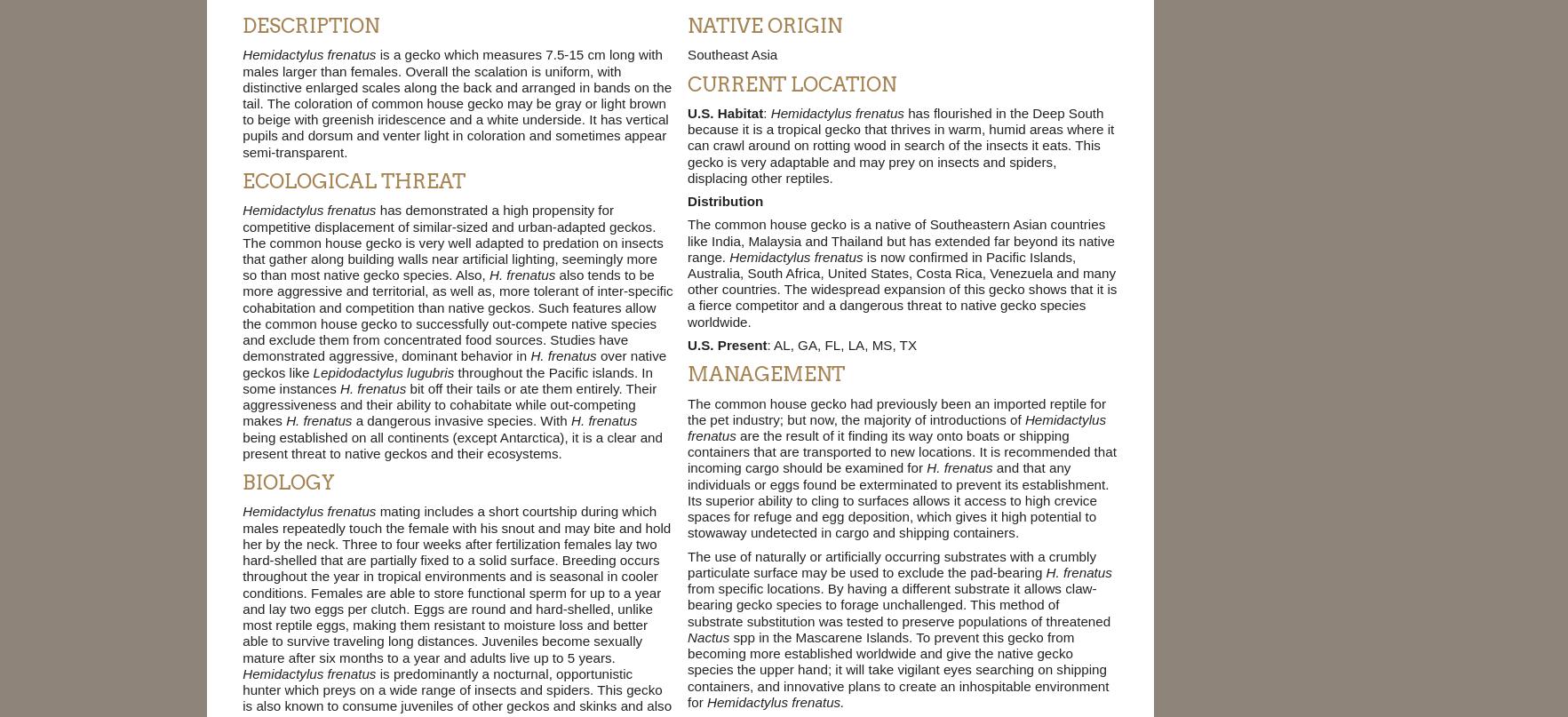  I want to click on 'spp in the Mascarene Islands. To prevent this gecko from becoming more established worldwide and give the native gecko species the upper hand; it will take vigilant eyes searching on shipping containers, and innovative plans to create an inhospitable environment for', so click(686, 668).